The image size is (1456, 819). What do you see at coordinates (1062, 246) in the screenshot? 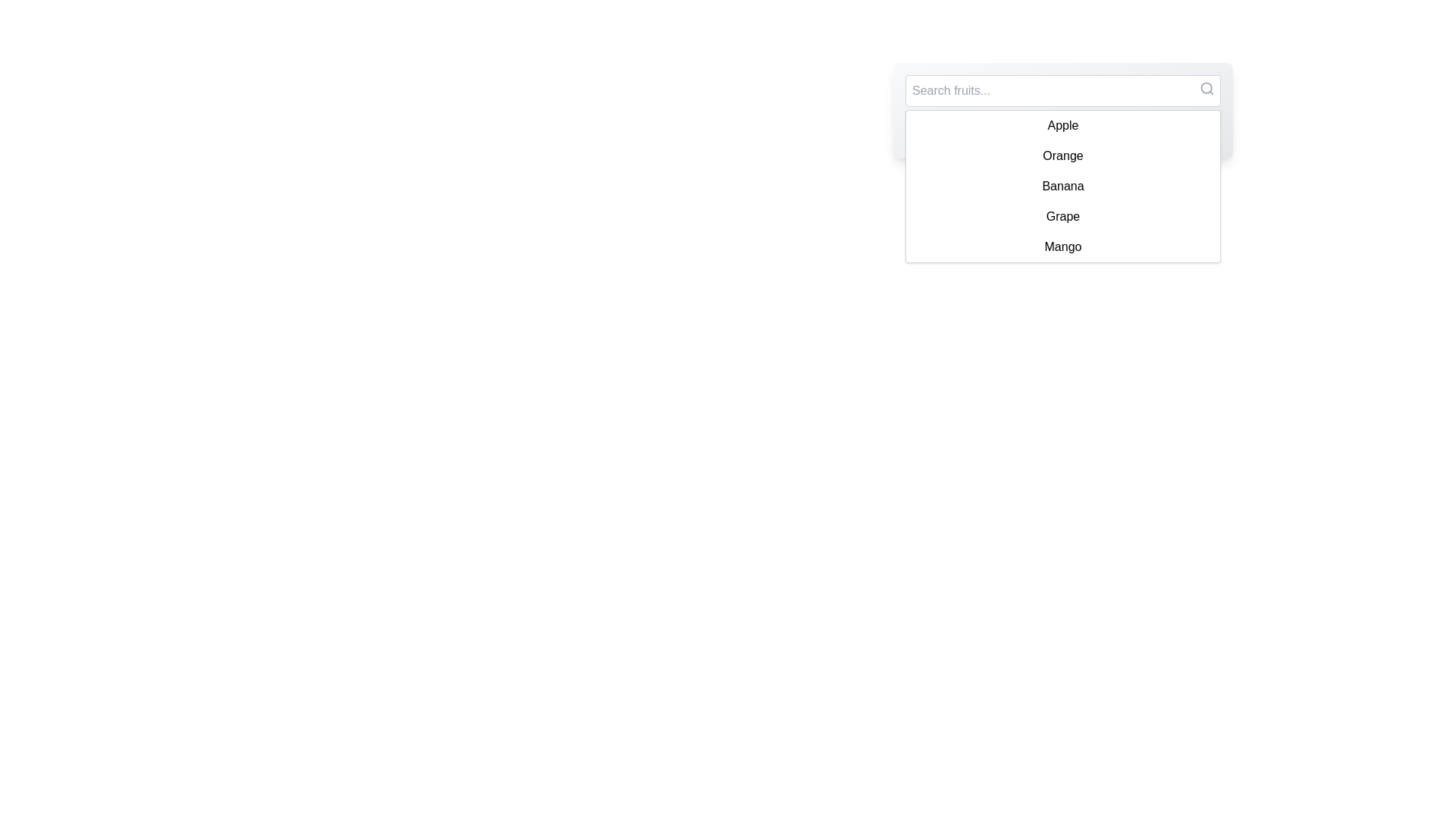
I see `the fifth item in the dropdown menu, located below 'Grape' and above the dropdown border` at bounding box center [1062, 246].